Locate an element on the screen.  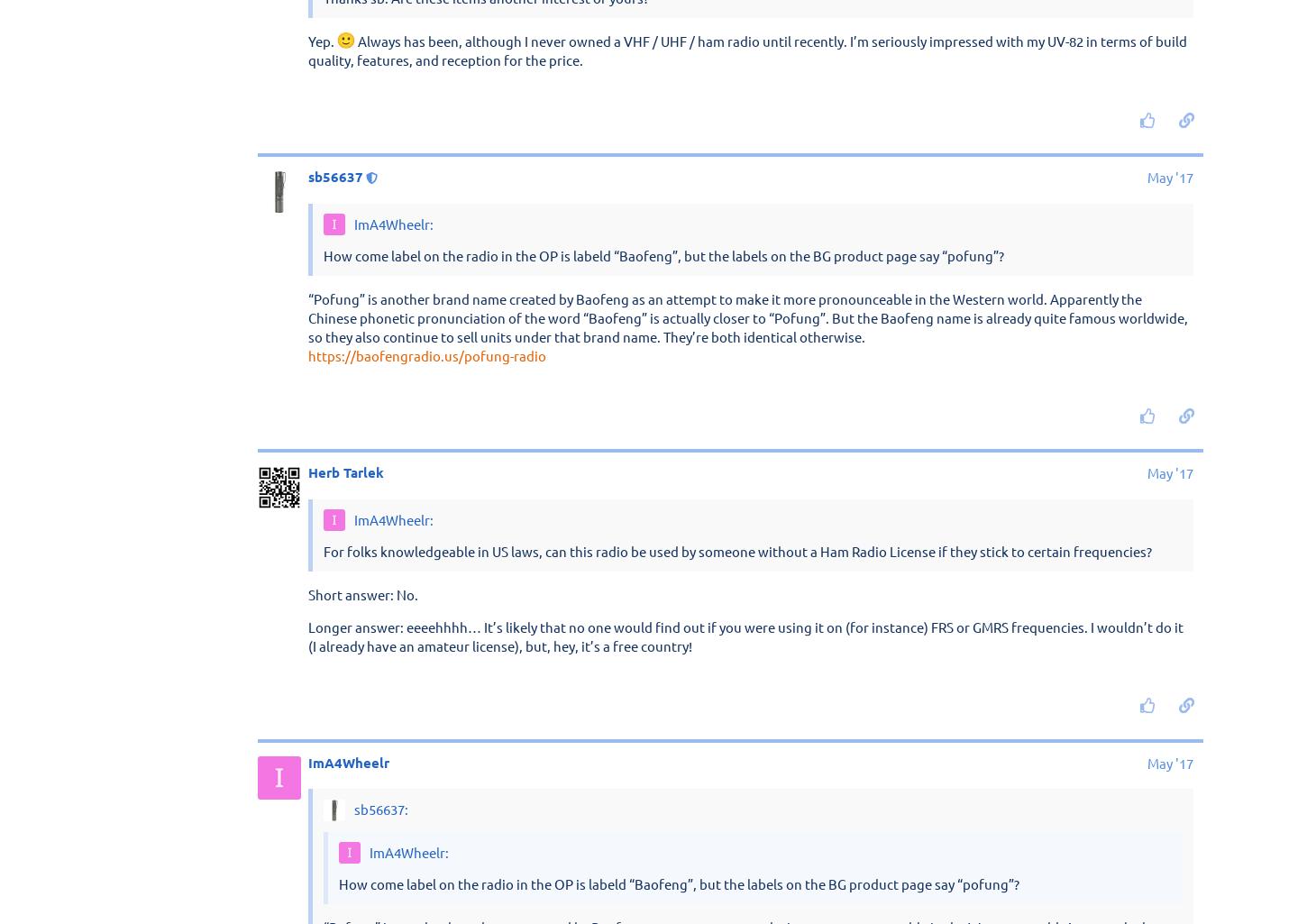
'https://baofengradio.us/pofung-radio' is located at coordinates (426, 876).